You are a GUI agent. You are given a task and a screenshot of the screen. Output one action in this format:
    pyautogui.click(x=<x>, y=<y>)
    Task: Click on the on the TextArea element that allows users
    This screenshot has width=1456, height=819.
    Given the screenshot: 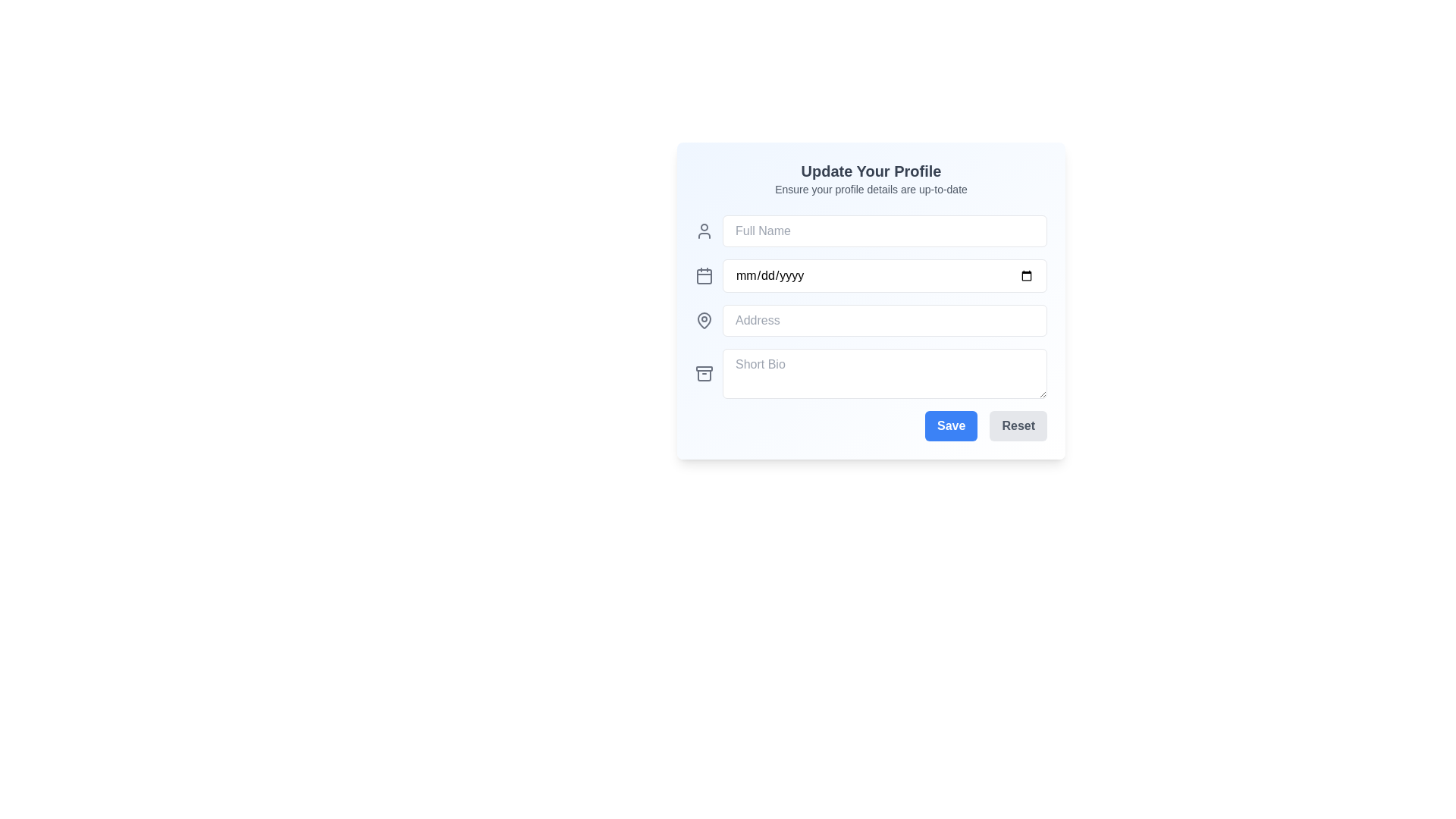 What is the action you would take?
    pyautogui.click(x=871, y=374)
    